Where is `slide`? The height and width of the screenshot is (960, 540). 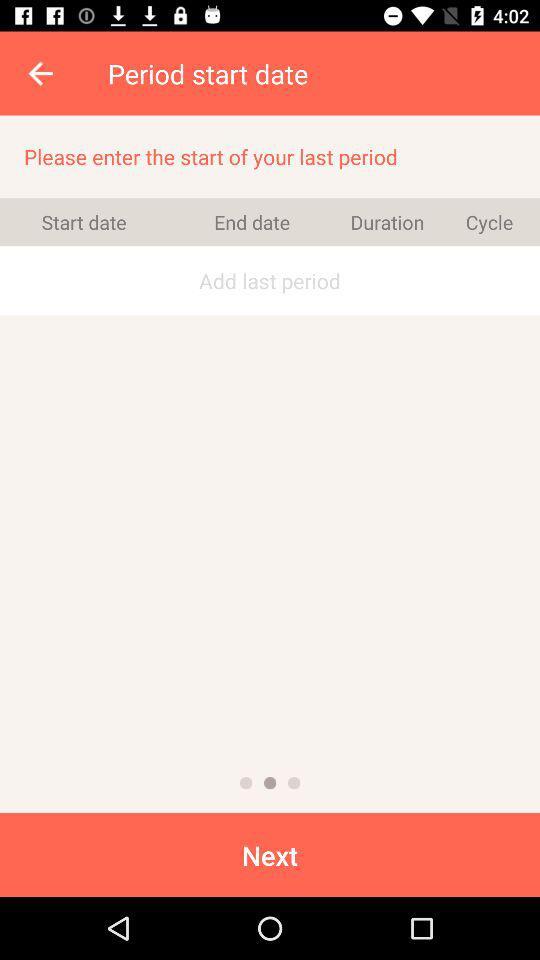 slide is located at coordinates (270, 783).